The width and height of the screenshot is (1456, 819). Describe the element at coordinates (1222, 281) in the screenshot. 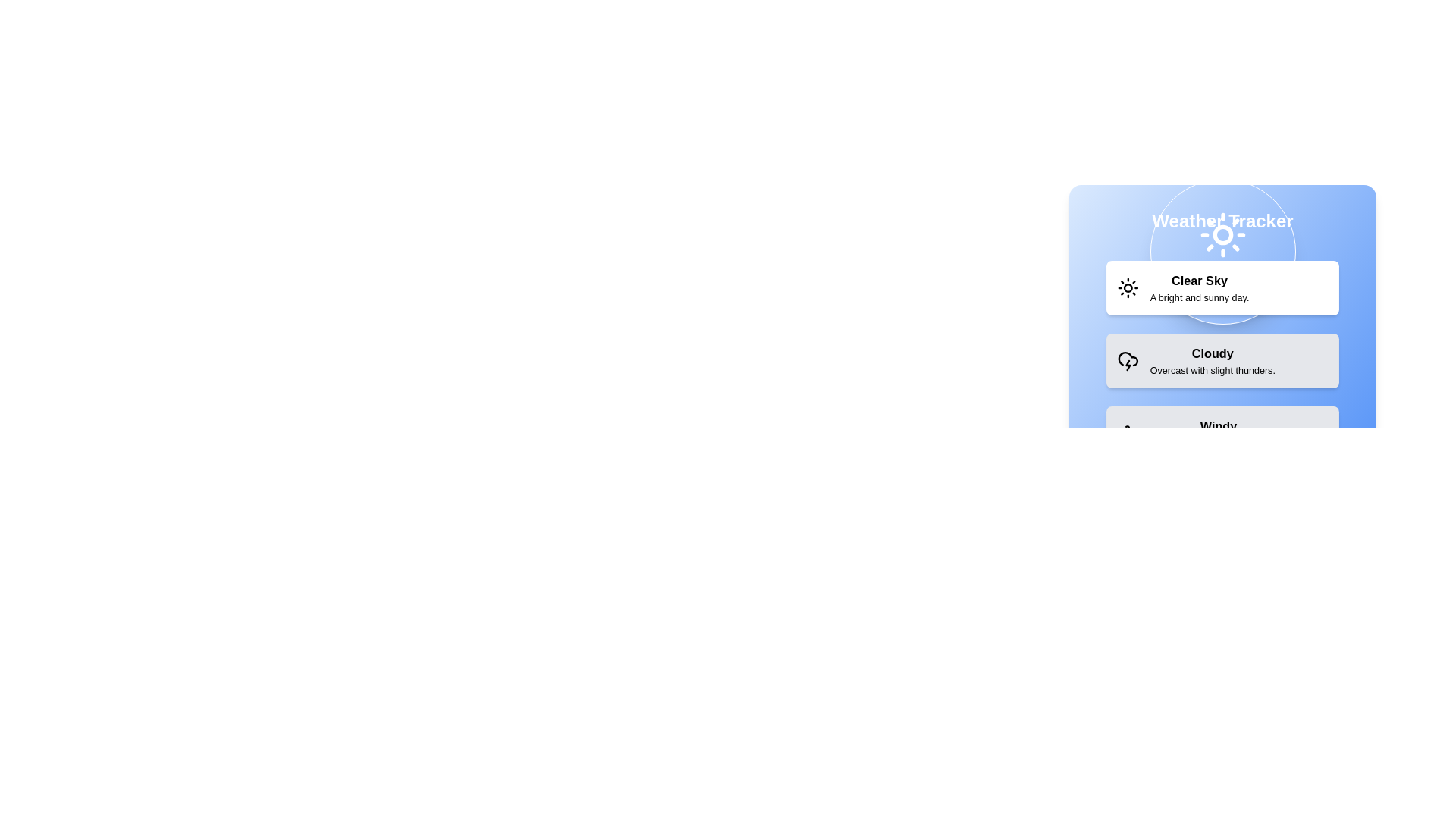

I see `text label that describes the current weather condition, which is 'Clear Sky', located below the sun icon in the weather summary card` at that location.